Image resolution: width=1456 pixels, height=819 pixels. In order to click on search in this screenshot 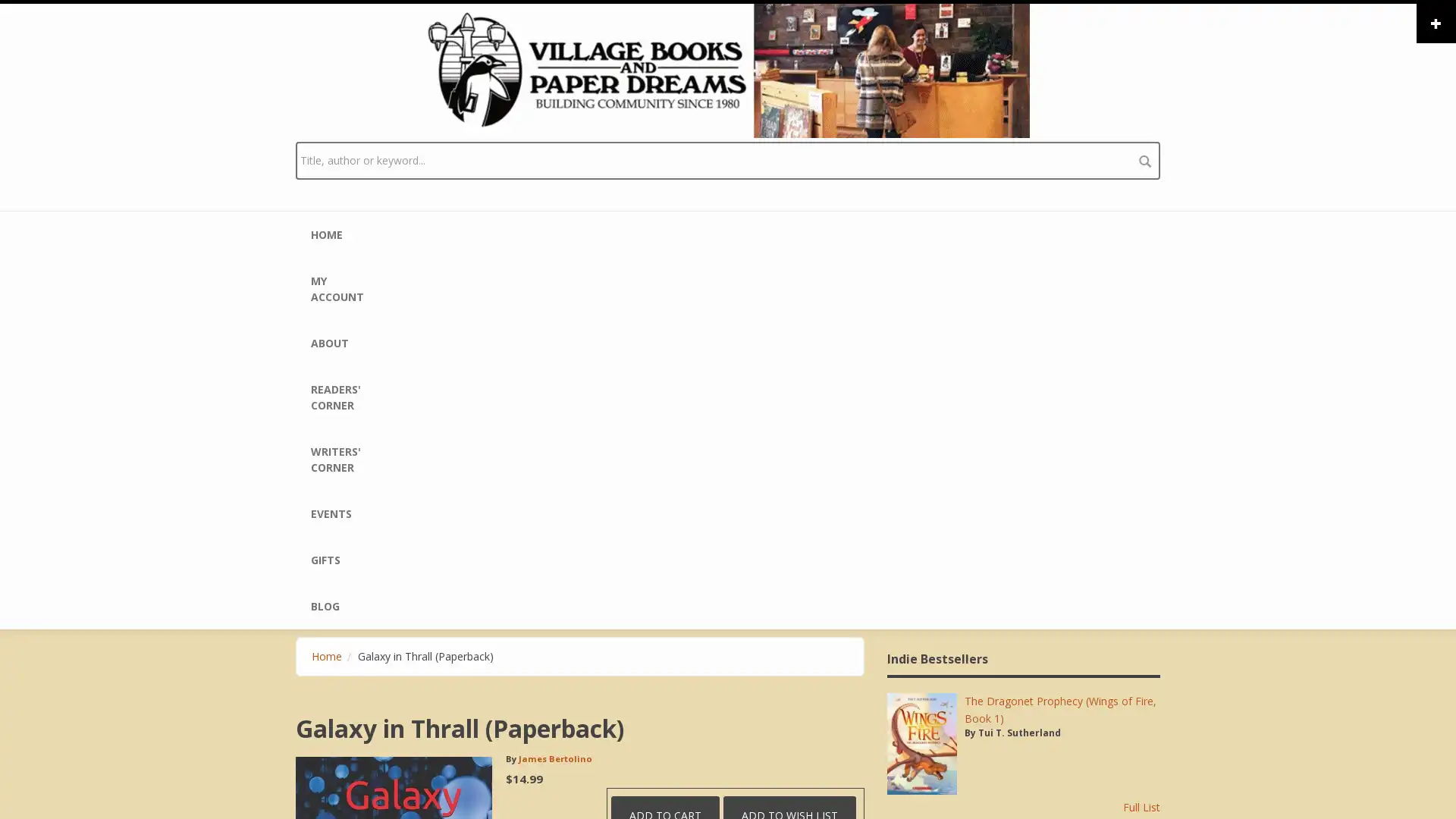, I will do `click(1145, 161)`.